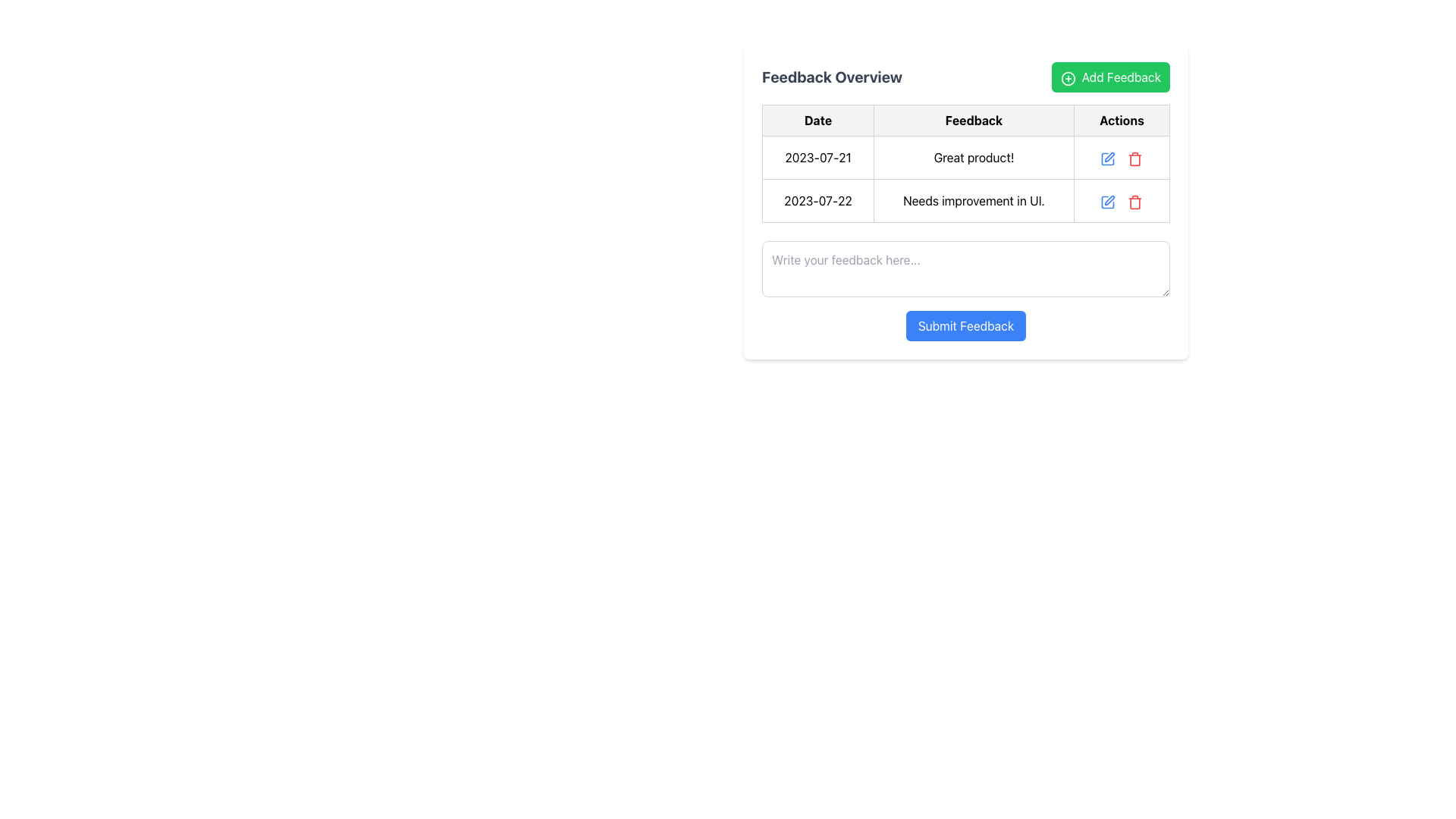 Image resolution: width=1456 pixels, height=819 pixels. What do you see at coordinates (965, 200) in the screenshot?
I see `the table cell displaying user feedback in the 'Feedback Overview' table, located in the second row under the 'Feedback' column, adjacent to the date '2023-07-22'` at bounding box center [965, 200].